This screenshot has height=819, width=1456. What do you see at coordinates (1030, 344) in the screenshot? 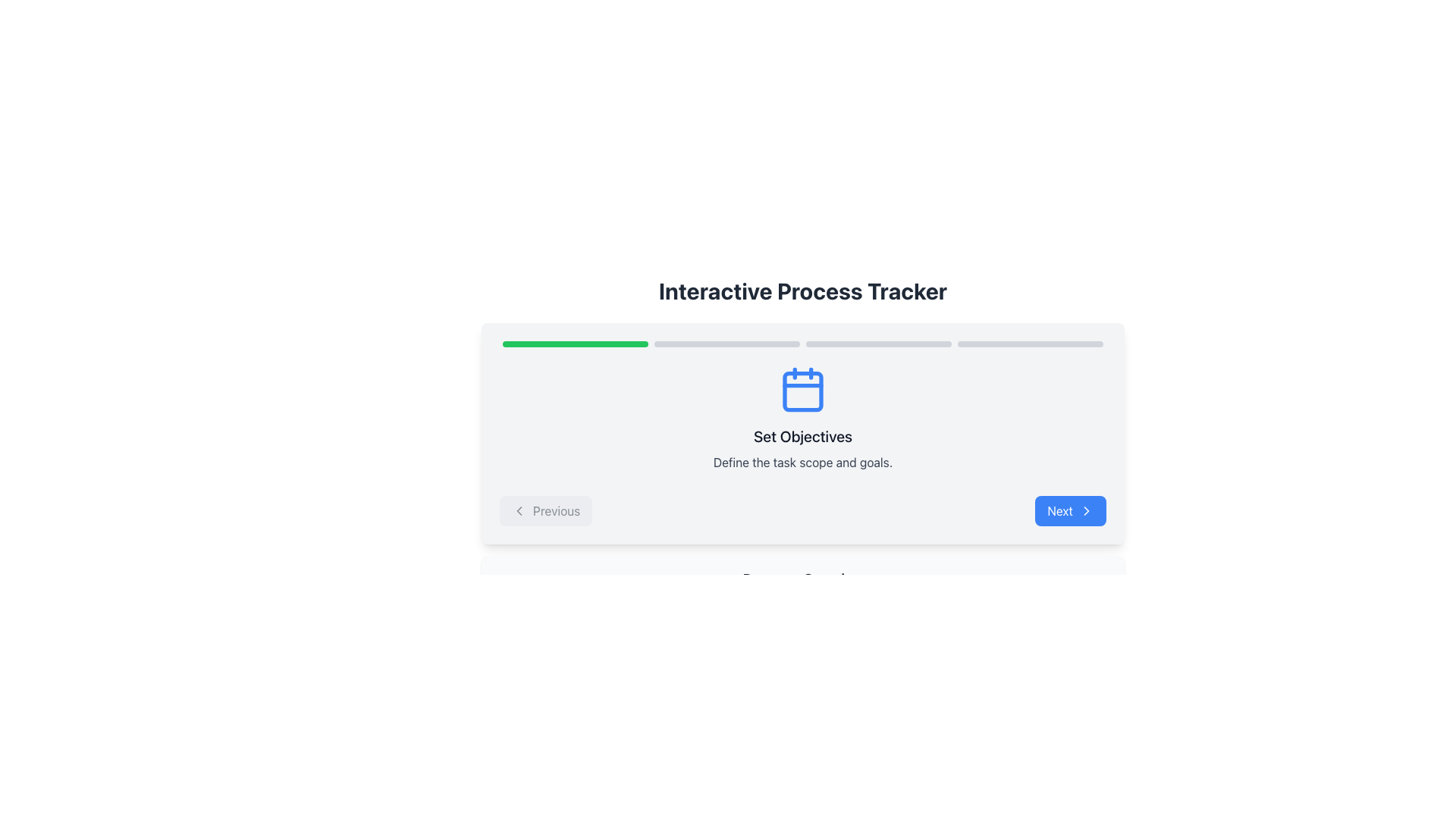
I see `the fourth segment of the progress bar which visually represents incomplete progress in a multi-step process` at bounding box center [1030, 344].